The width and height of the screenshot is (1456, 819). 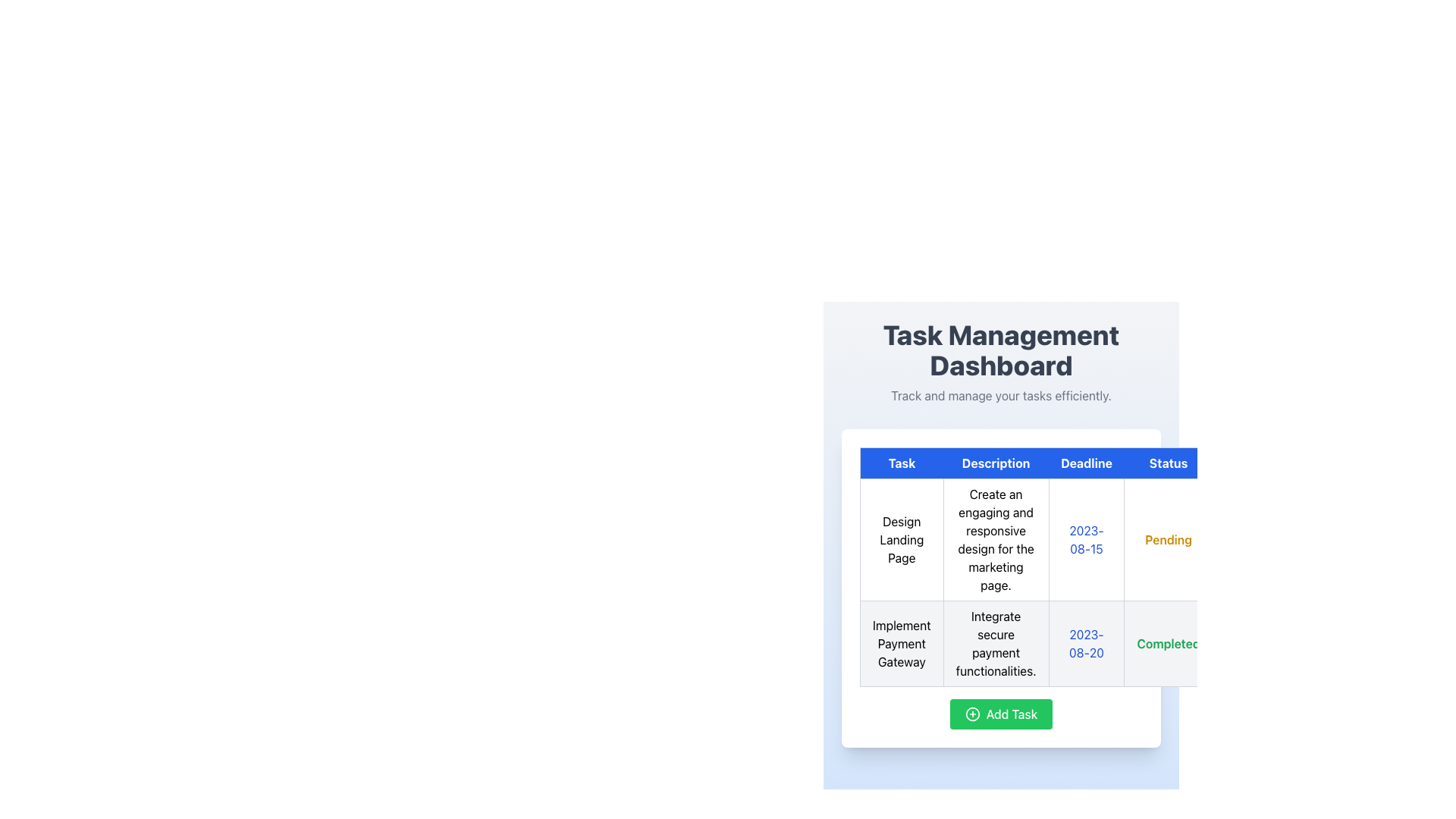 I want to click on the second row in the task management table that contains the task 'Implement Payment Gateway', so click(x=1070, y=643).